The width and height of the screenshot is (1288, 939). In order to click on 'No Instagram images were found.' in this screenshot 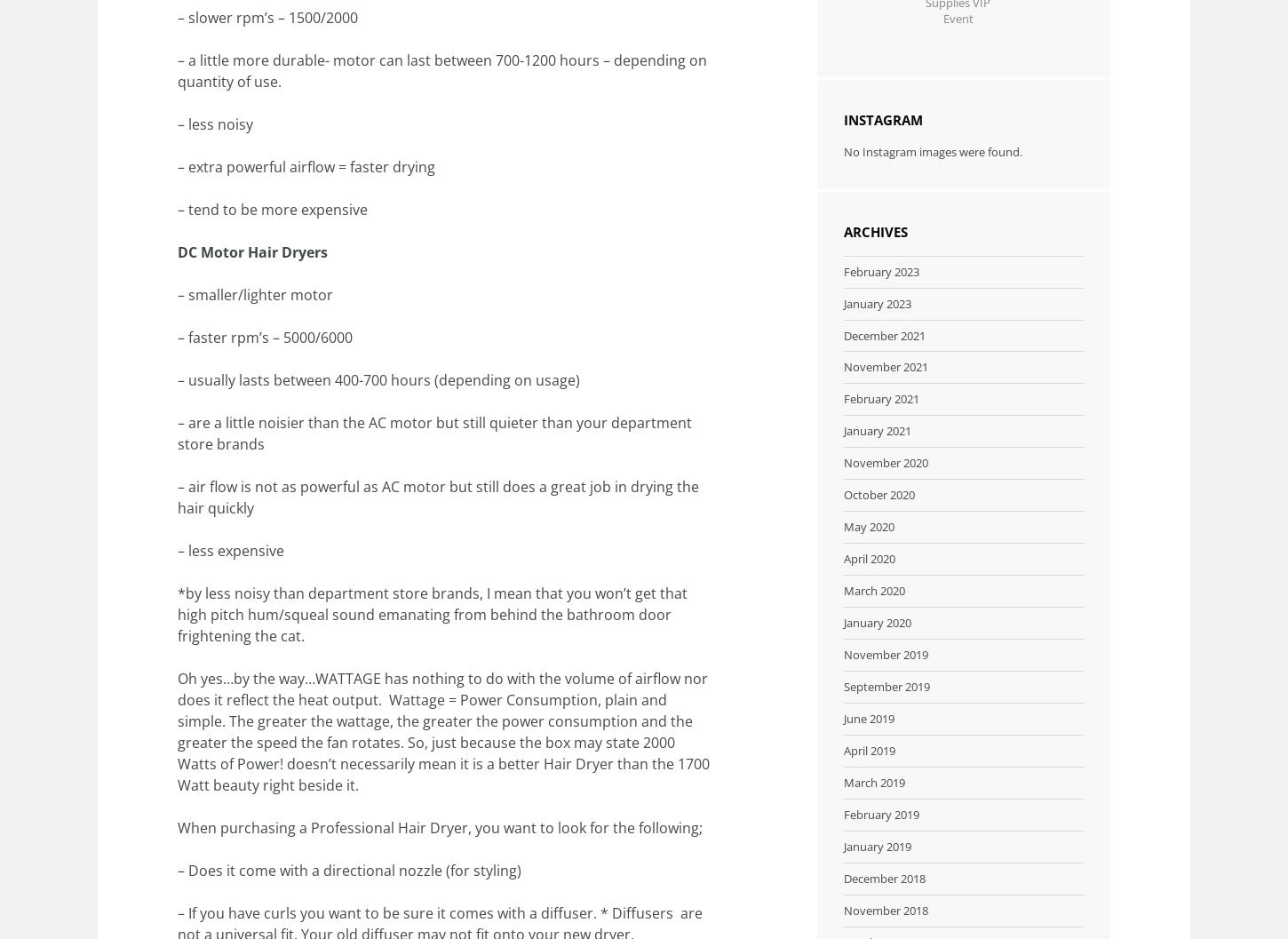, I will do `click(843, 150)`.